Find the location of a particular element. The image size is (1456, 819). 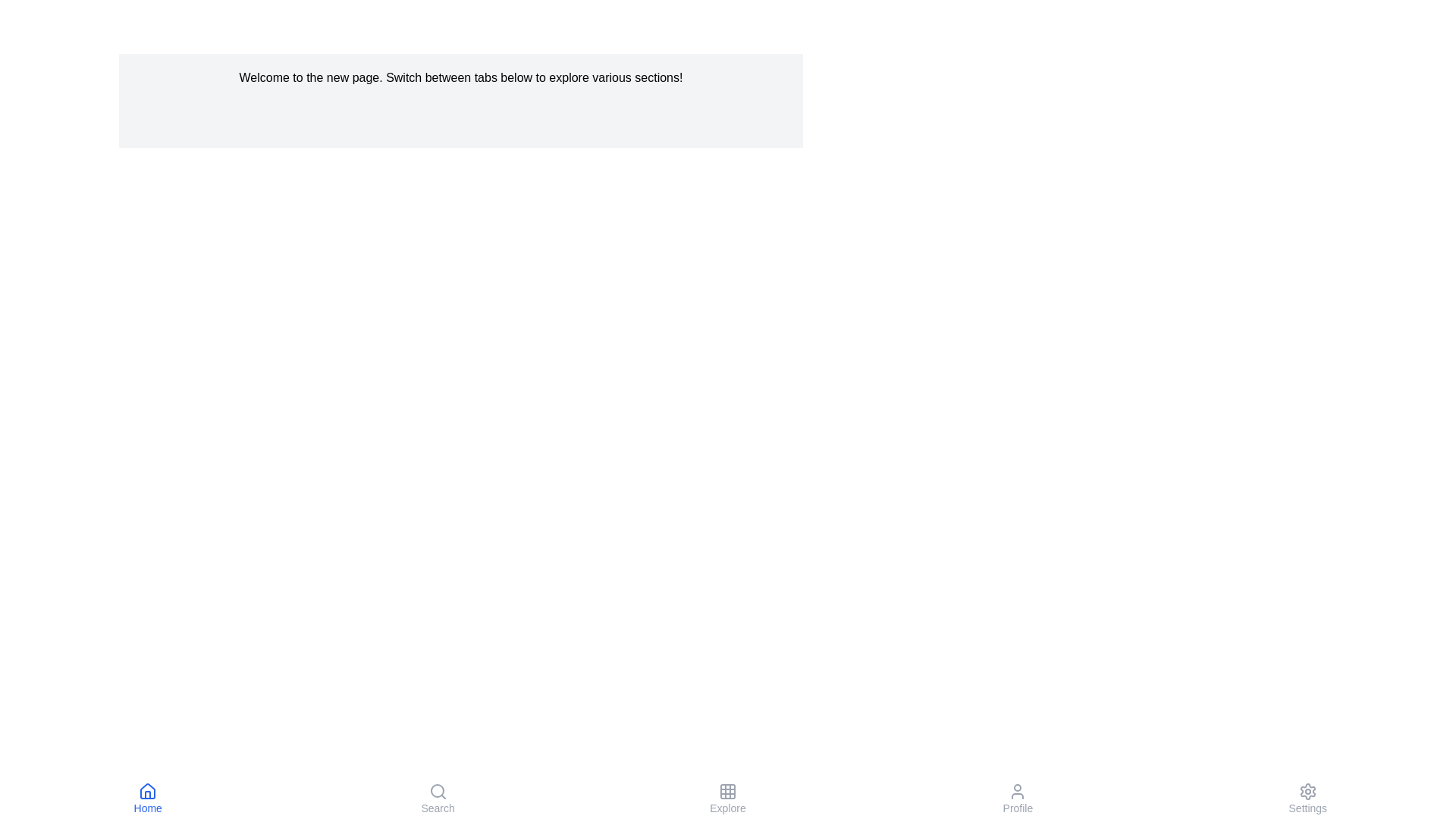

the 'Profile' button, which features a bust icon above the text in small, gray font, located in the bottom navigation bar as the fourth element from the left is located at coordinates (1018, 798).